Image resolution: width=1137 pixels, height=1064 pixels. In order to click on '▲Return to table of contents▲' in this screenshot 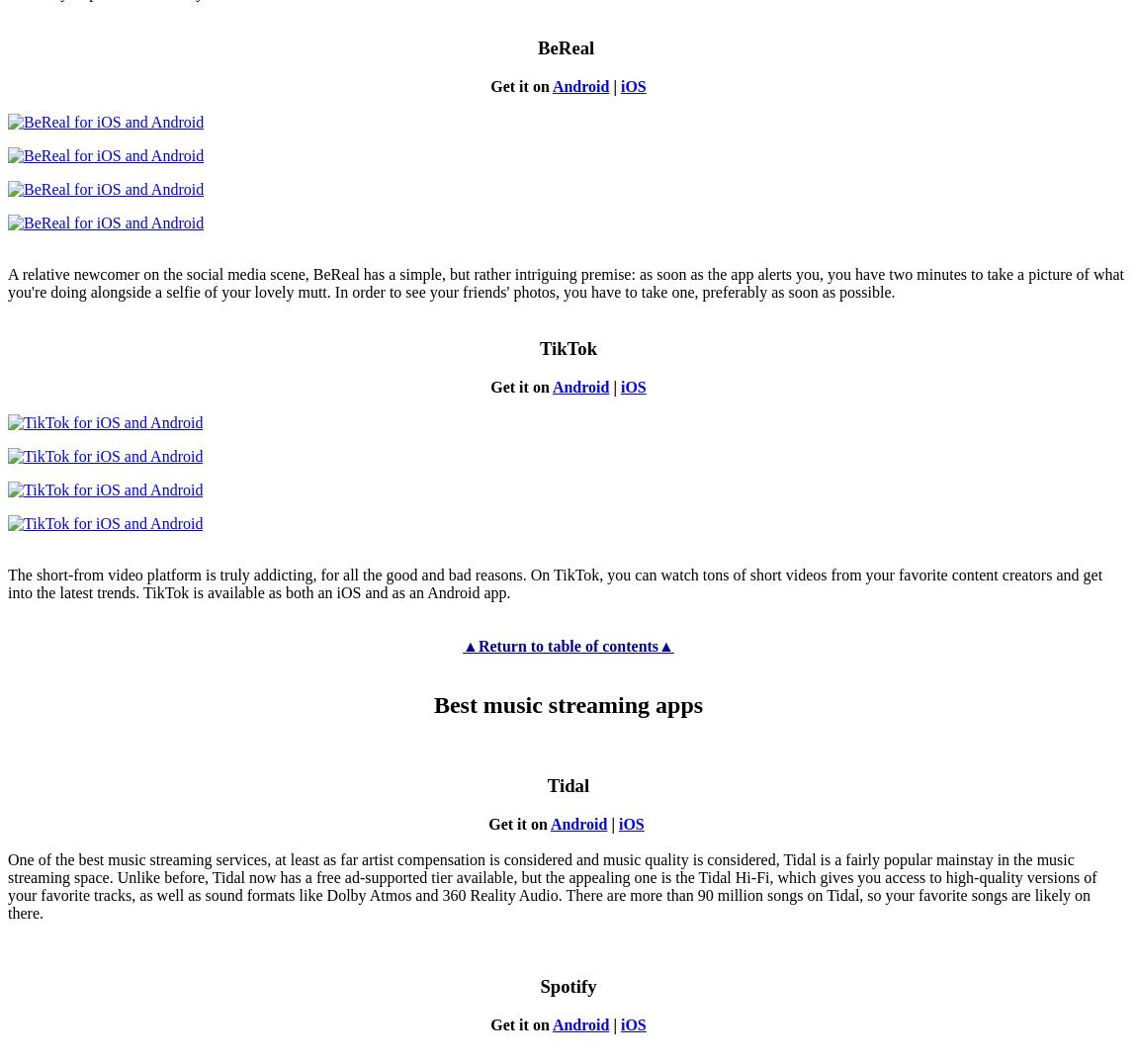, I will do `click(568, 644)`.